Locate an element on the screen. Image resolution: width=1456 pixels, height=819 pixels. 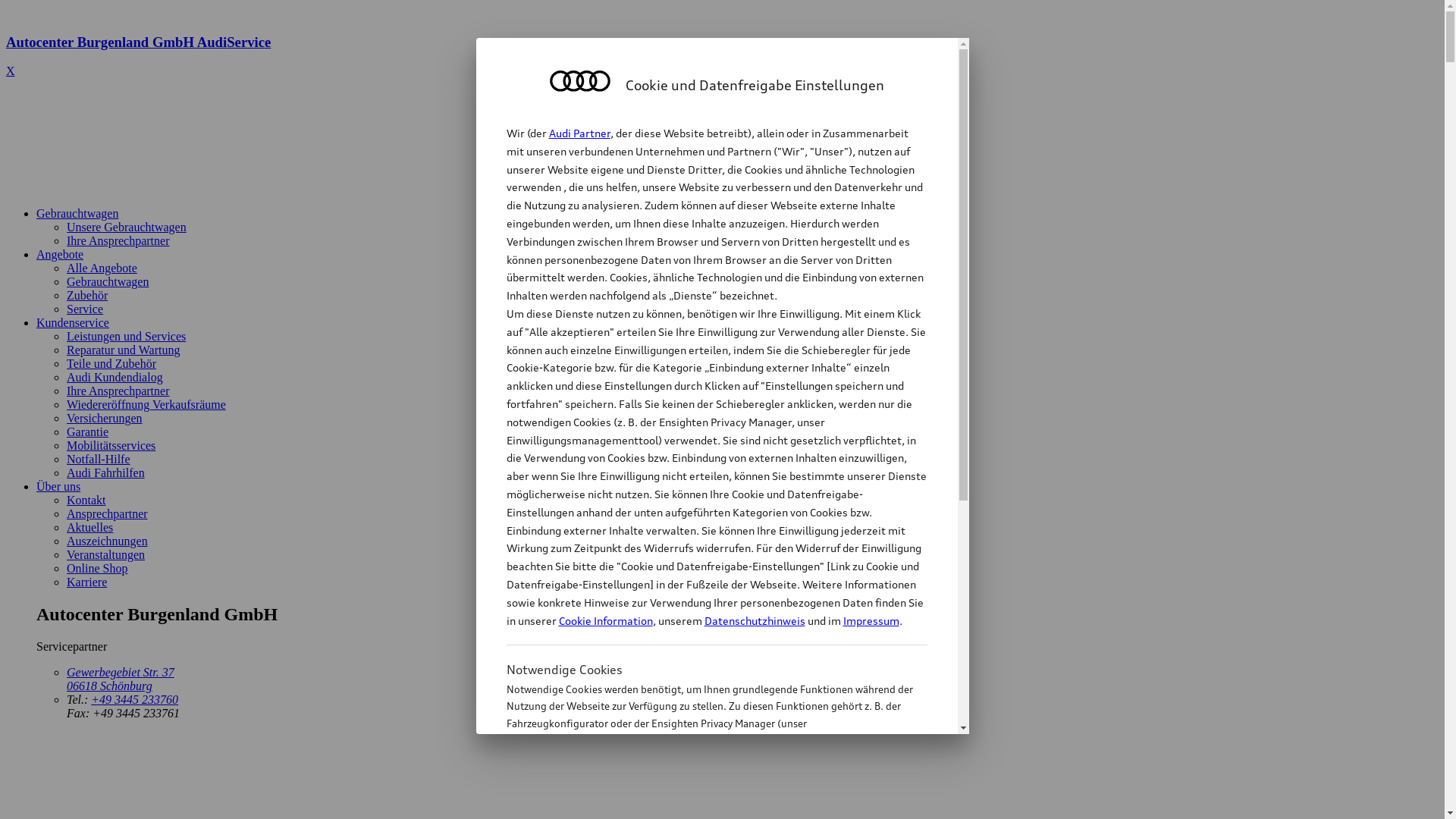
'Garantie' is located at coordinates (86, 431).